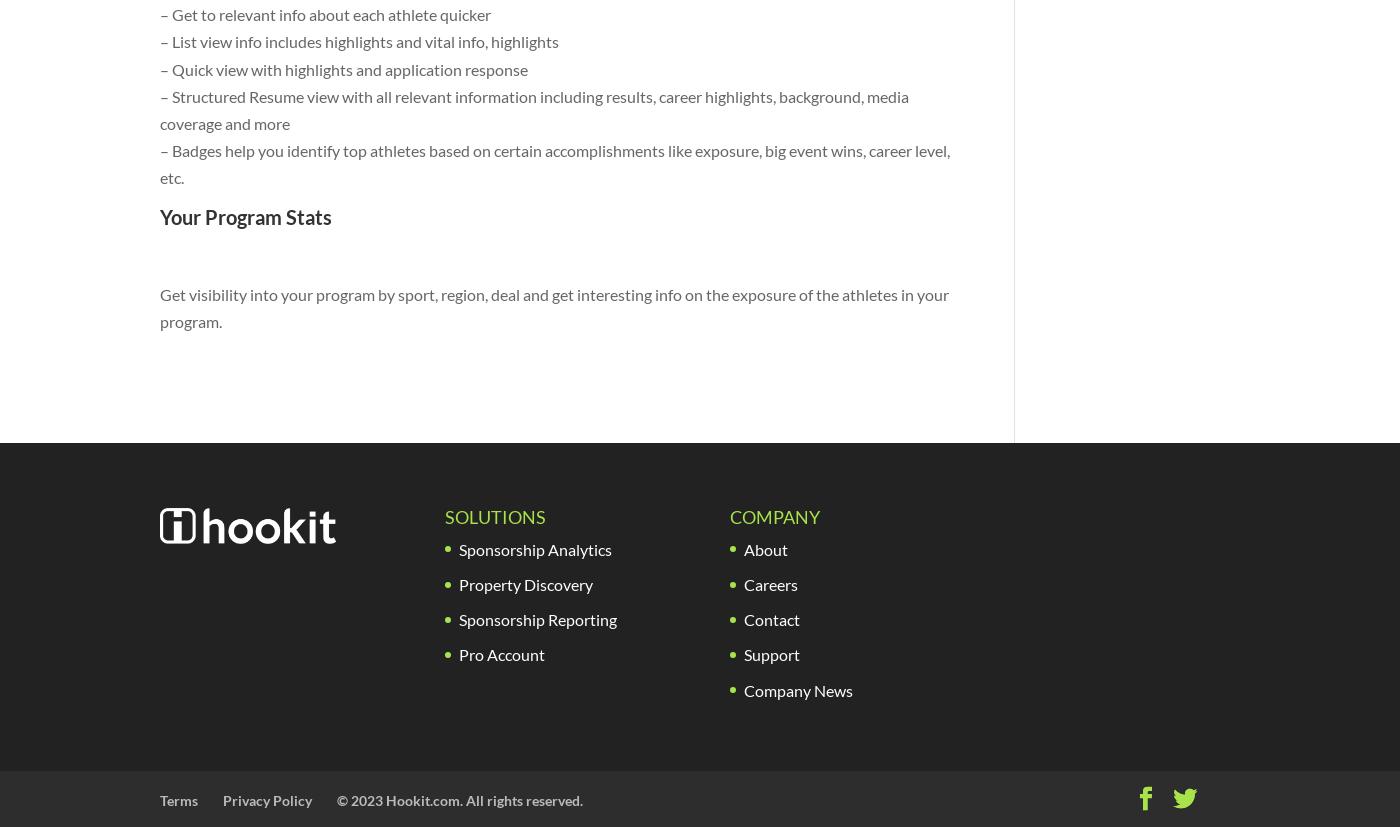  What do you see at coordinates (456, 583) in the screenshot?
I see `'Property Discovery'` at bounding box center [456, 583].